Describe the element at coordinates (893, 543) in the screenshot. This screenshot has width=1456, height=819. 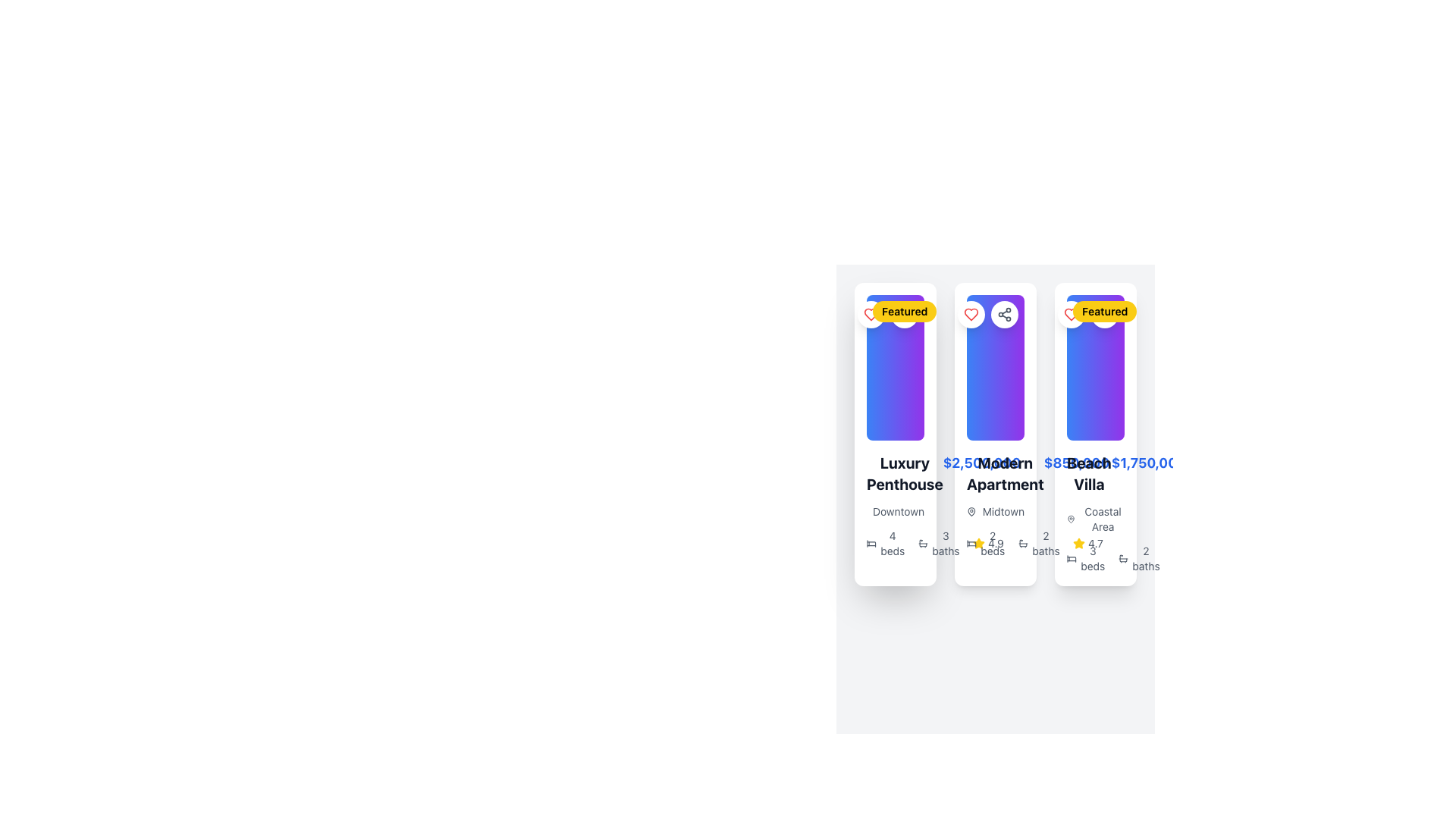
I see `text label that indicates the number of bedrooms available in the property, which is the second element in the horizontal group of property features below the title 'Luxury Penthouse'` at that location.